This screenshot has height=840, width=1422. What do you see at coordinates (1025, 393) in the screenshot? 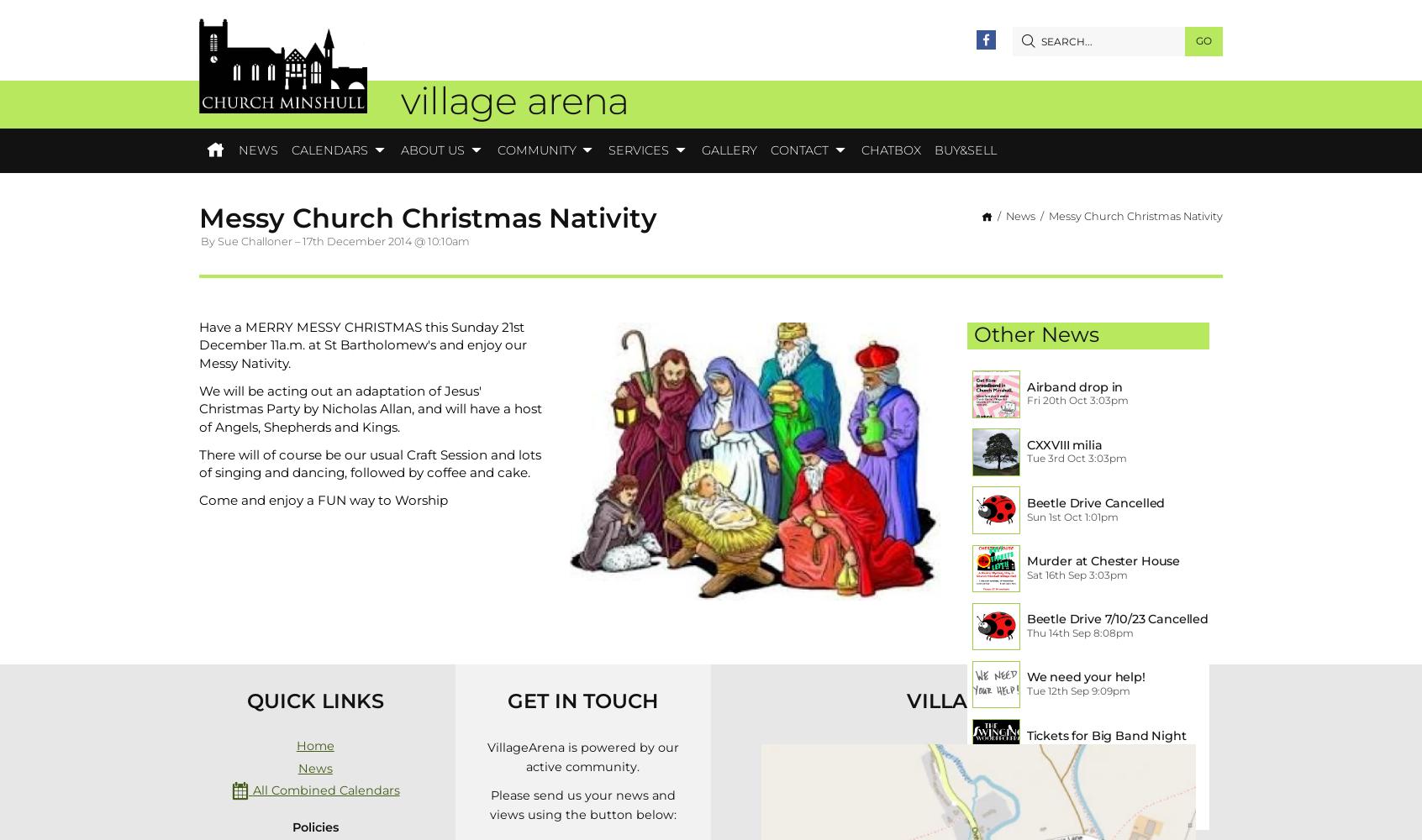
I see `'Airband drop in session 21/10/23'` at bounding box center [1025, 393].